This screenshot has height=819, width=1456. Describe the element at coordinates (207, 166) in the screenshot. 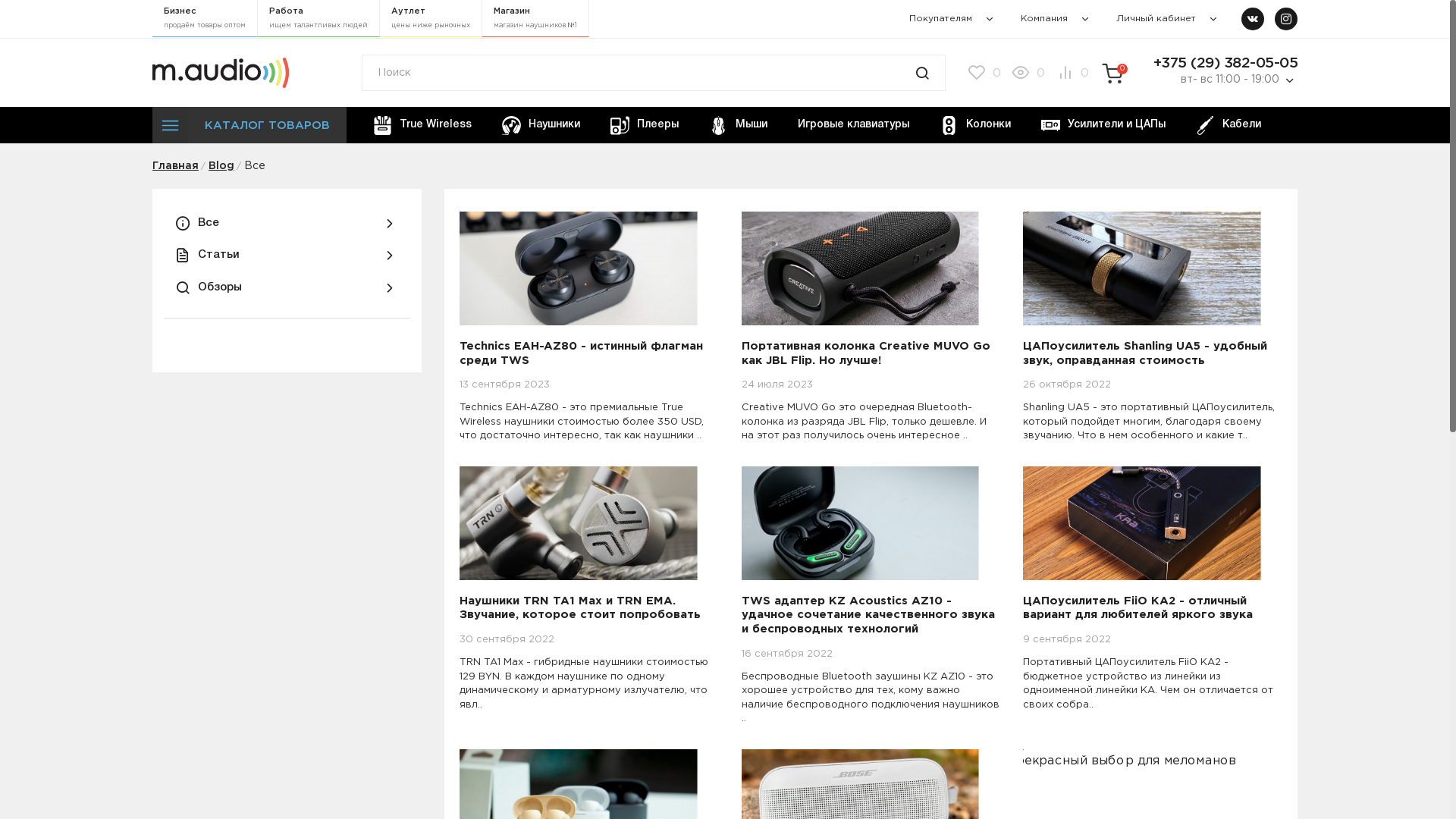

I see `'Blog'` at that location.